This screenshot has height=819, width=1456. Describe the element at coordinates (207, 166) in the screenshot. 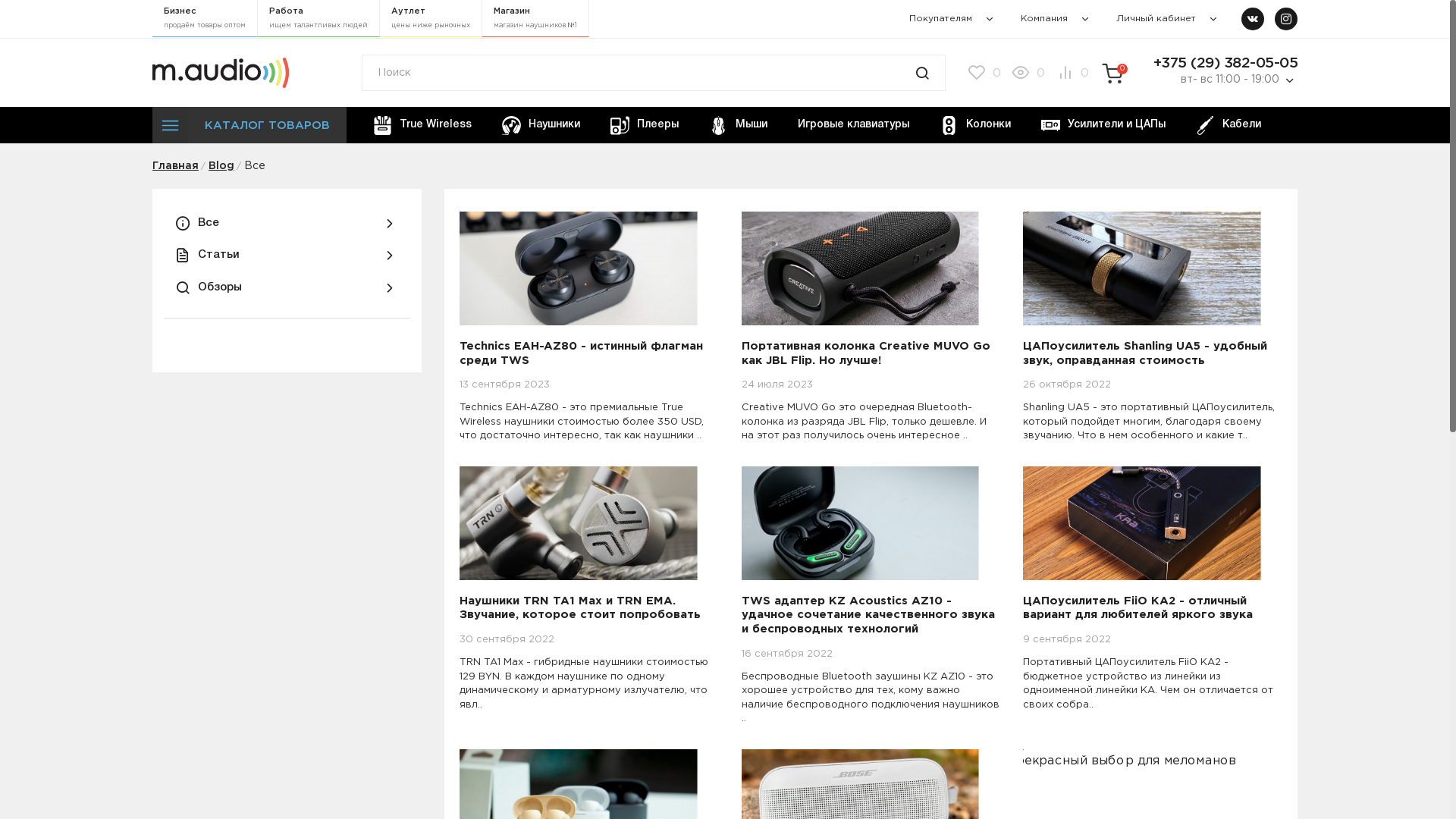

I see `'Blog'` at that location.